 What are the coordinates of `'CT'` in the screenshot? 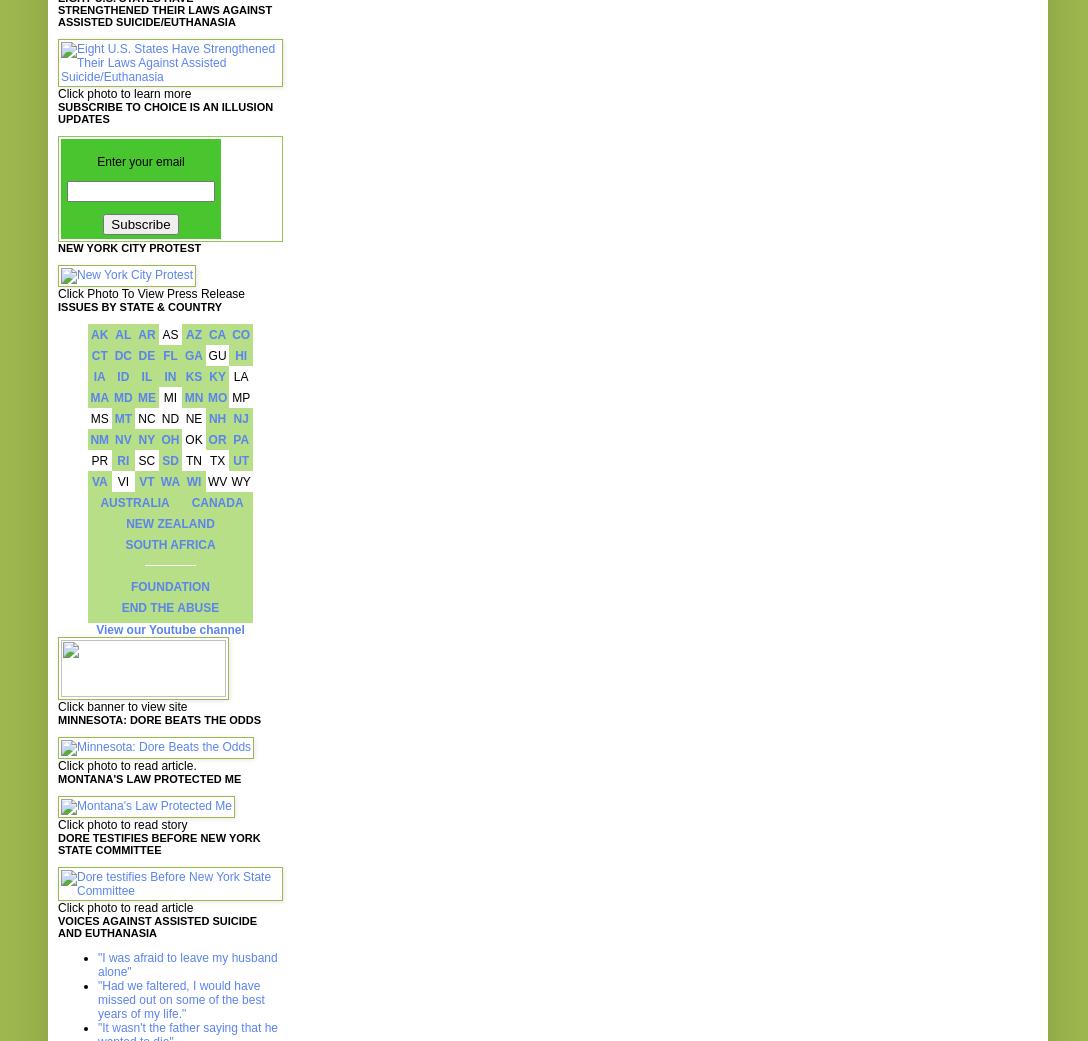 It's located at (99, 354).